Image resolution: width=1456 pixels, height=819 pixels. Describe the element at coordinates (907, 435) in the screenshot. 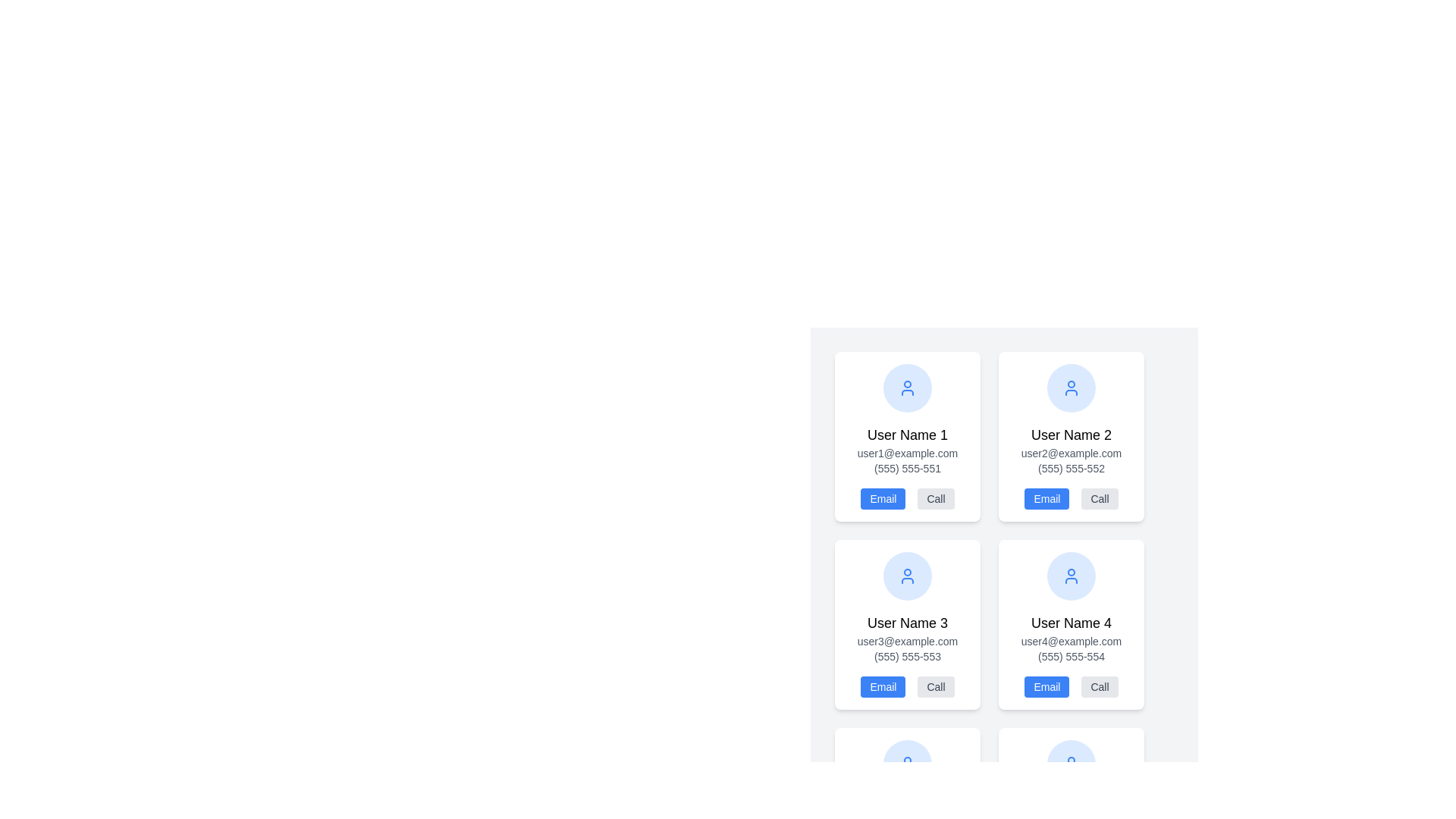

I see `the Text Label displaying the user's name, located within a card in the top left quadrant of the grid layout, positioned below a circular icon placeholder and above the email text 'user1@example.com'` at that location.